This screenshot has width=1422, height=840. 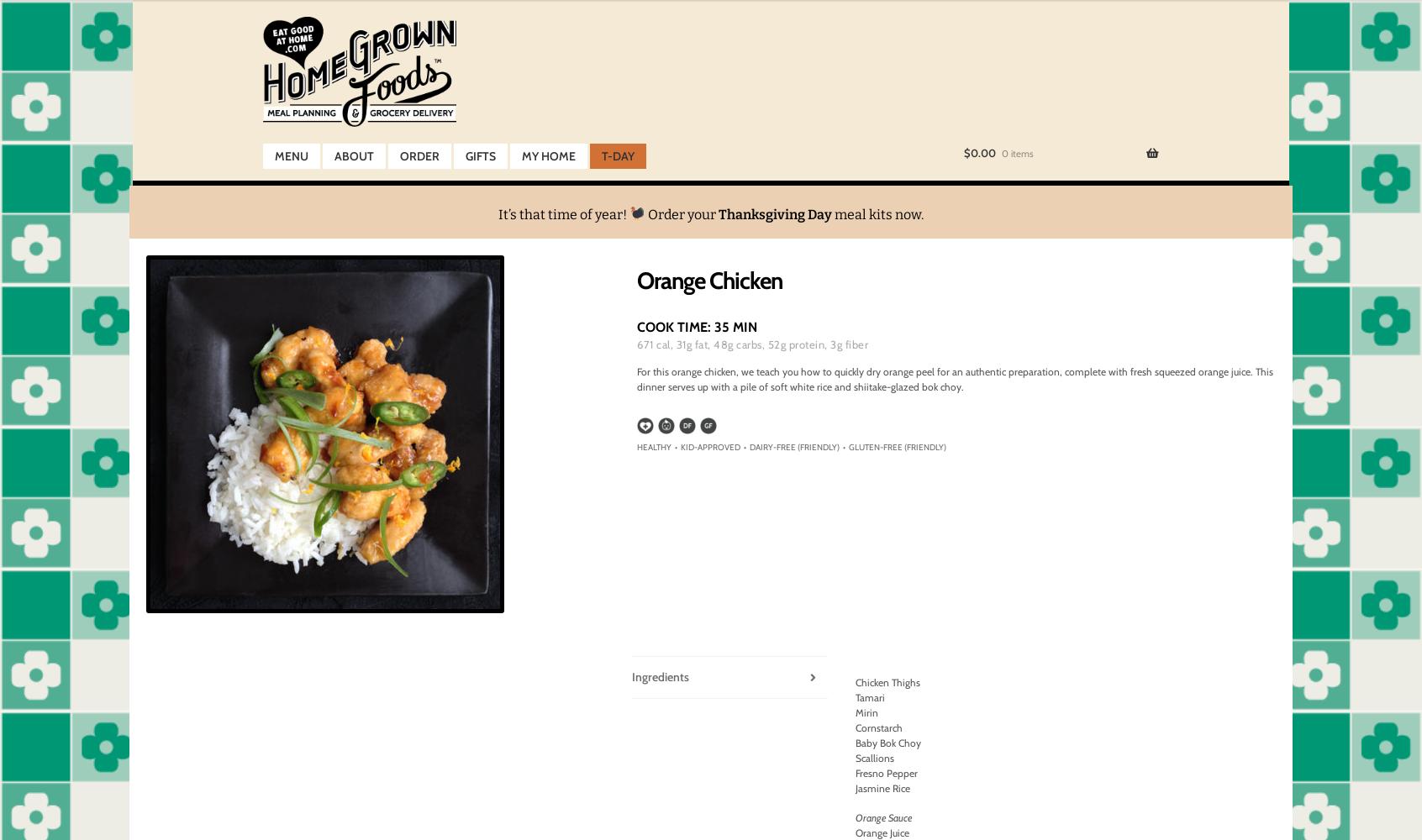 I want to click on 'It’s that time of year!', so click(x=564, y=213).